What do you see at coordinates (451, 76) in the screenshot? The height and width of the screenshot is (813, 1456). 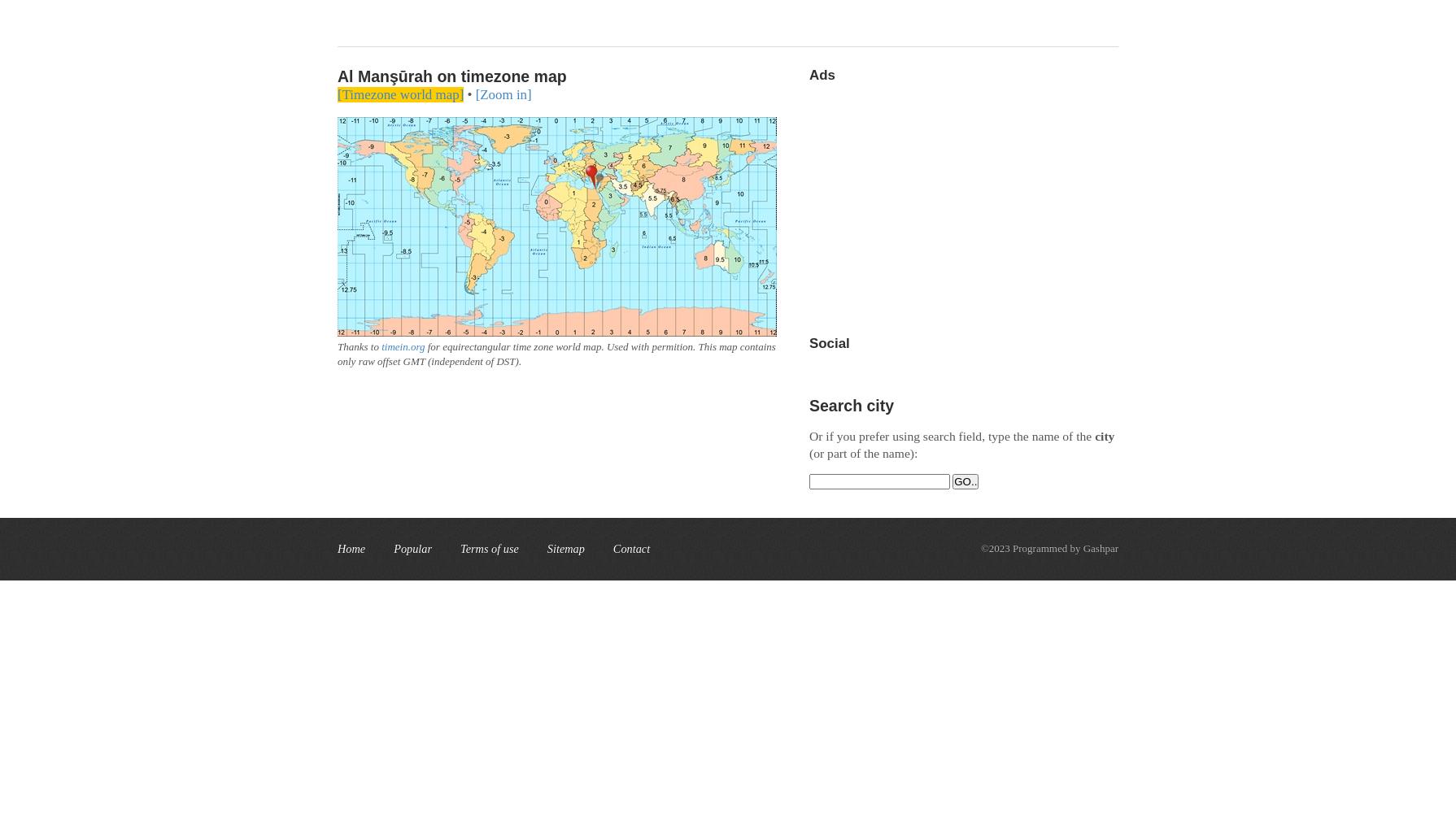 I see `'Al Manşūrah on timezone map'` at bounding box center [451, 76].